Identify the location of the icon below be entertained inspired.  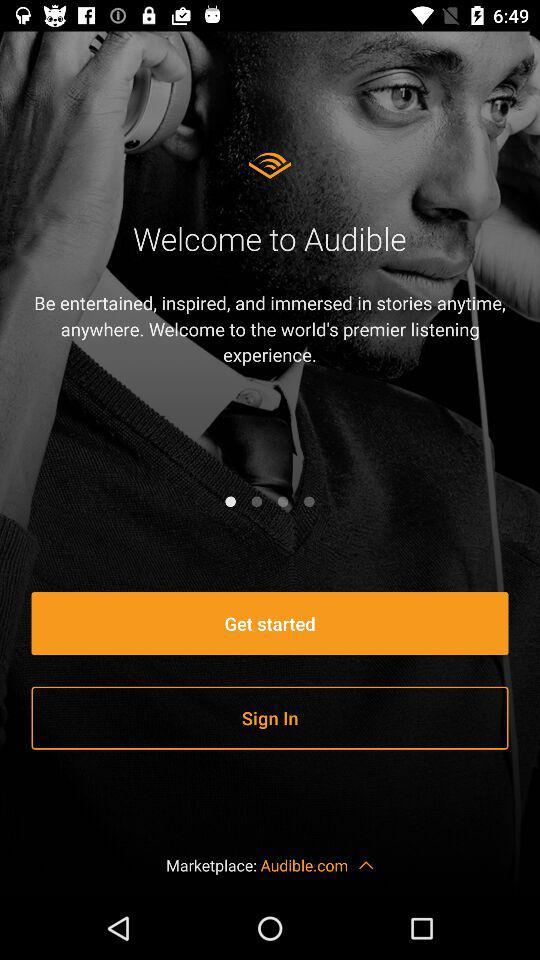
(282, 500).